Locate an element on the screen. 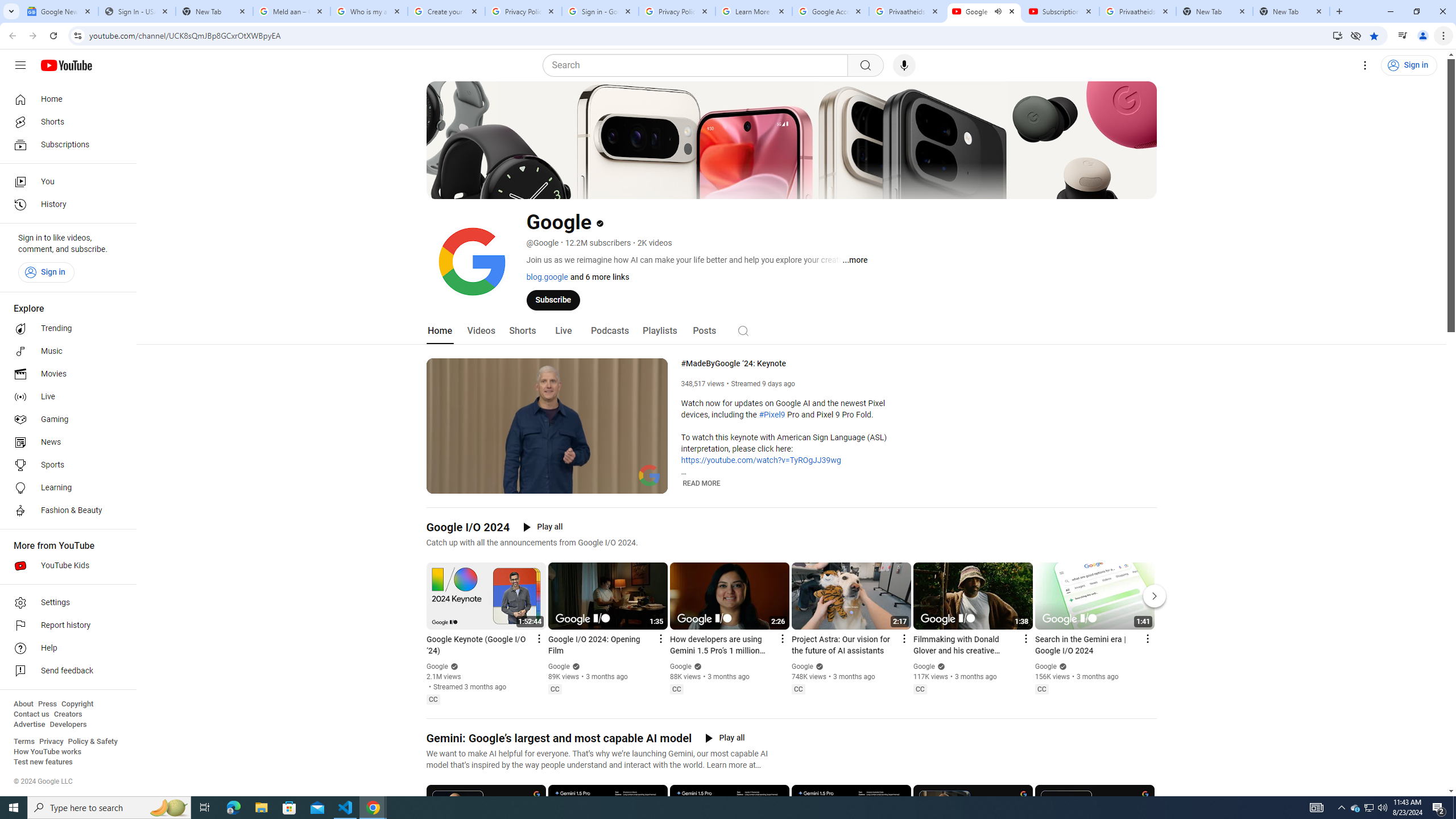 The height and width of the screenshot is (819, 1456). 'Contact us' is located at coordinates (31, 714).